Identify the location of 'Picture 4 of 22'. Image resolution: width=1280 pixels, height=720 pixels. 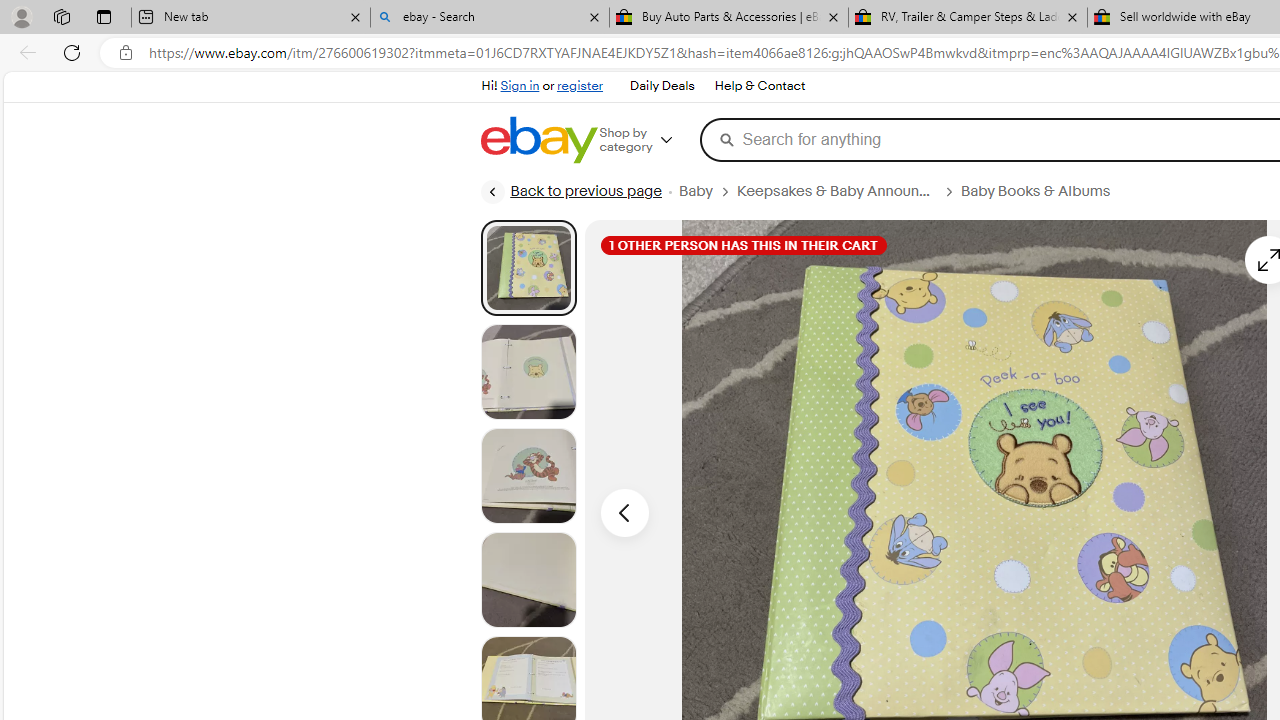
(528, 579).